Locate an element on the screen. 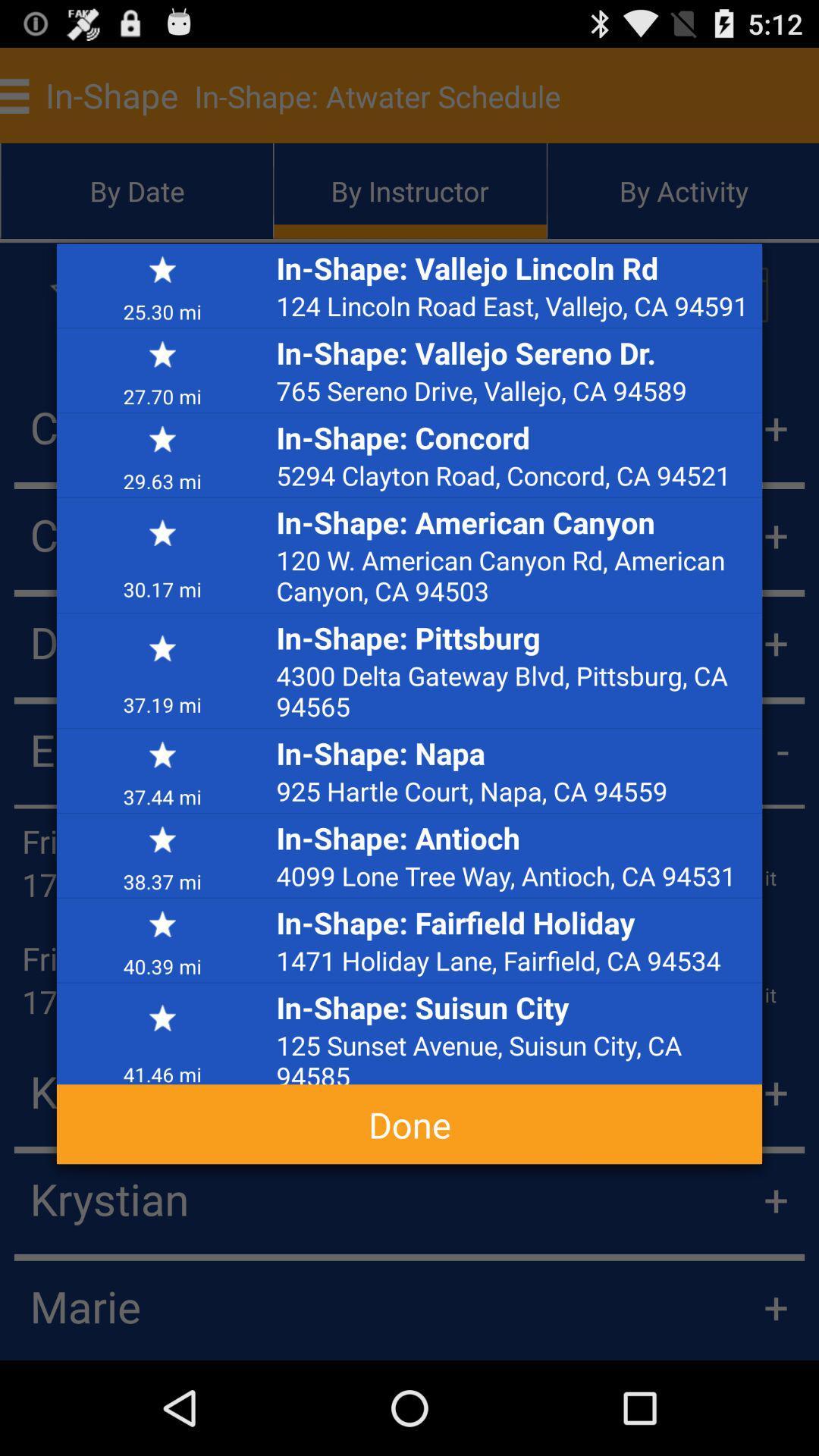 The width and height of the screenshot is (819, 1456). the icon below the in shape fairfield icon is located at coordinates (514, 959).